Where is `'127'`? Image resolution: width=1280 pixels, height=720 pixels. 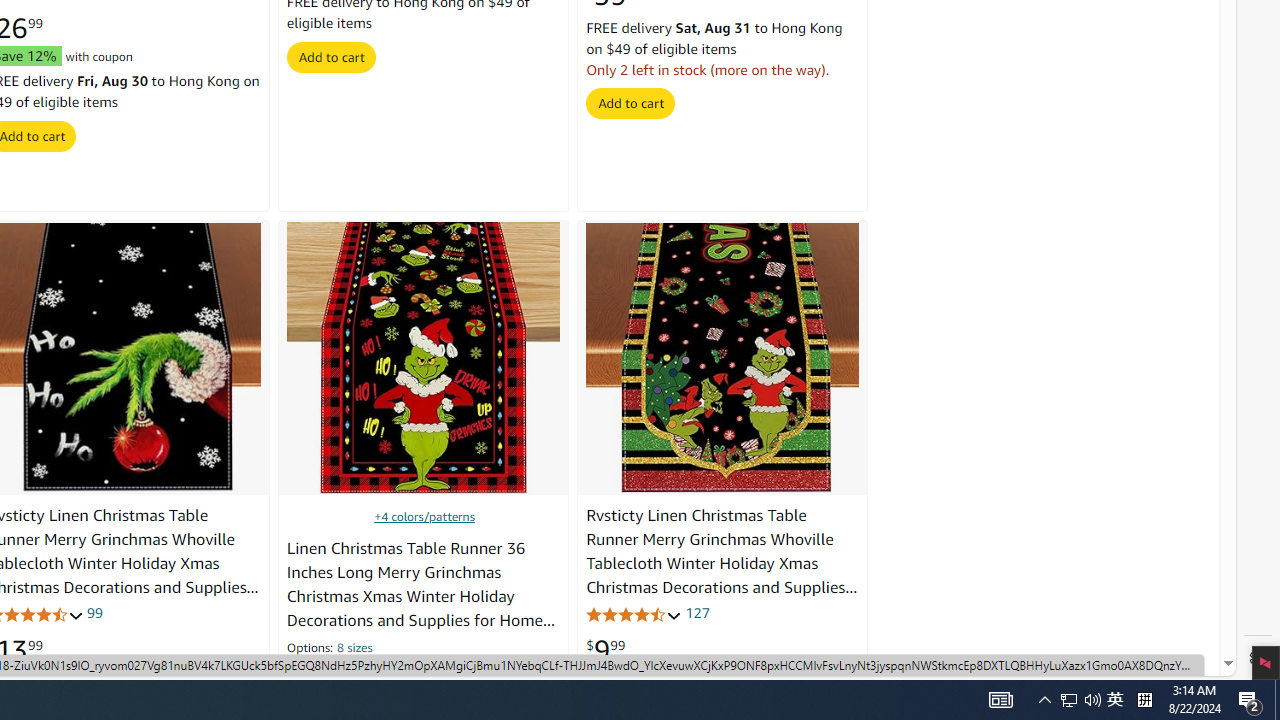
'127' is located at coordinates (697, 611).